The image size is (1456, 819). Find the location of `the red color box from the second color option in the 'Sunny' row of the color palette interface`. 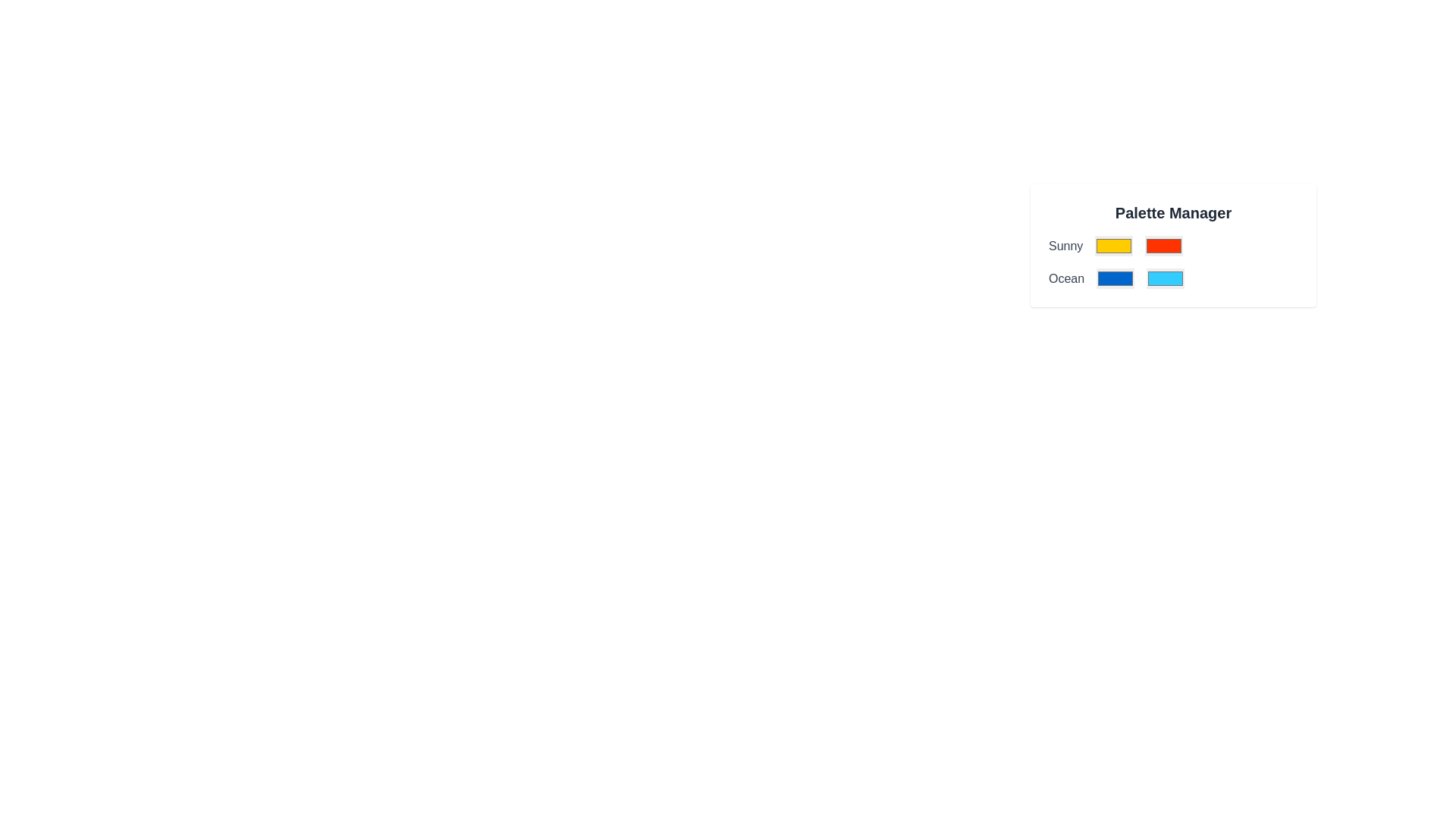

the red color box from the second color option in the 'Sunny' row of the color palette interface is located at coordinates (1163, 245).